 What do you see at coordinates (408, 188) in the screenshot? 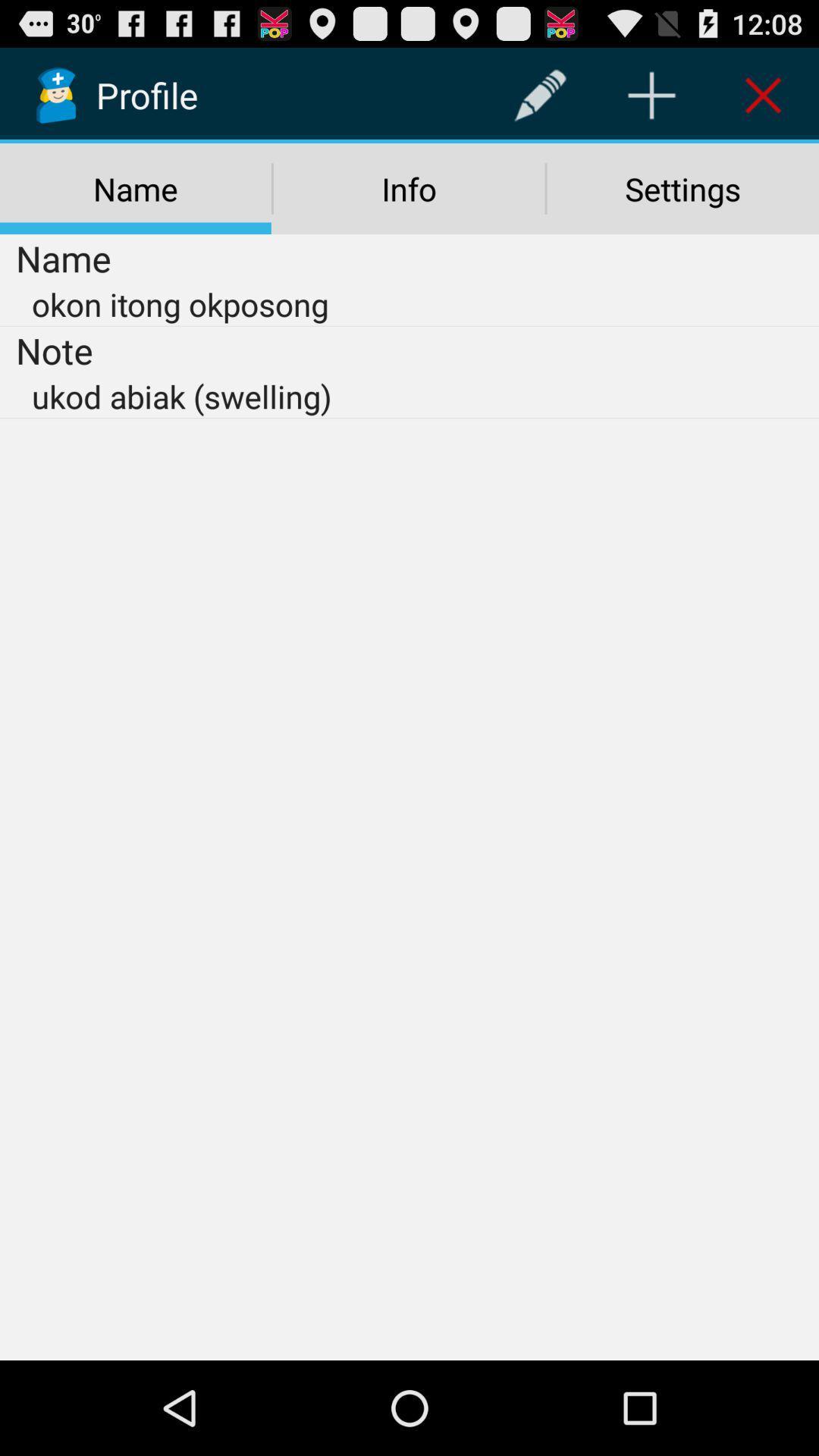
I see `info icon` at bounding box center [408, 188].